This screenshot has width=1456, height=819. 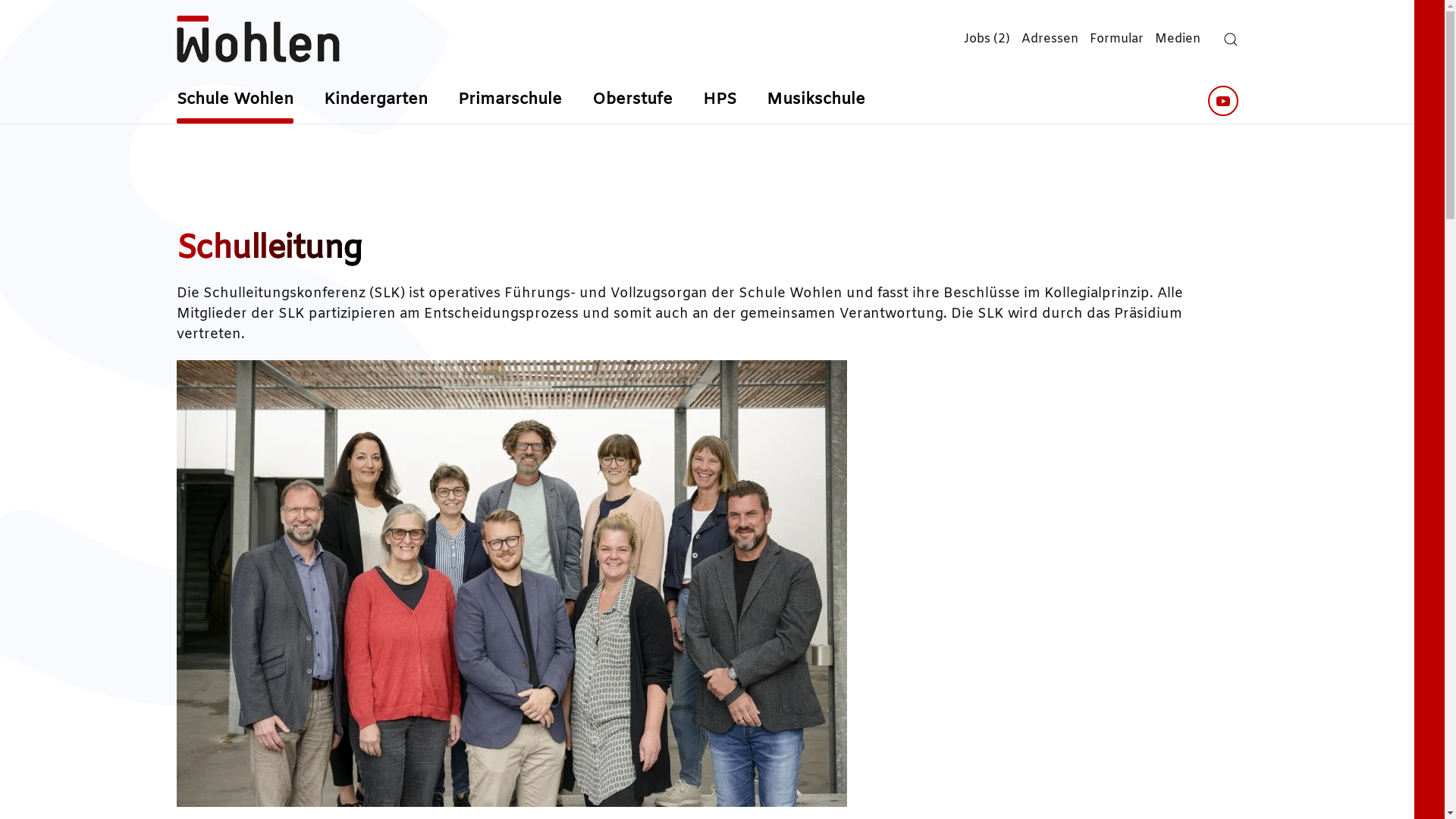 I want to click on 'Oberstufe', so click(x=632, y=100).